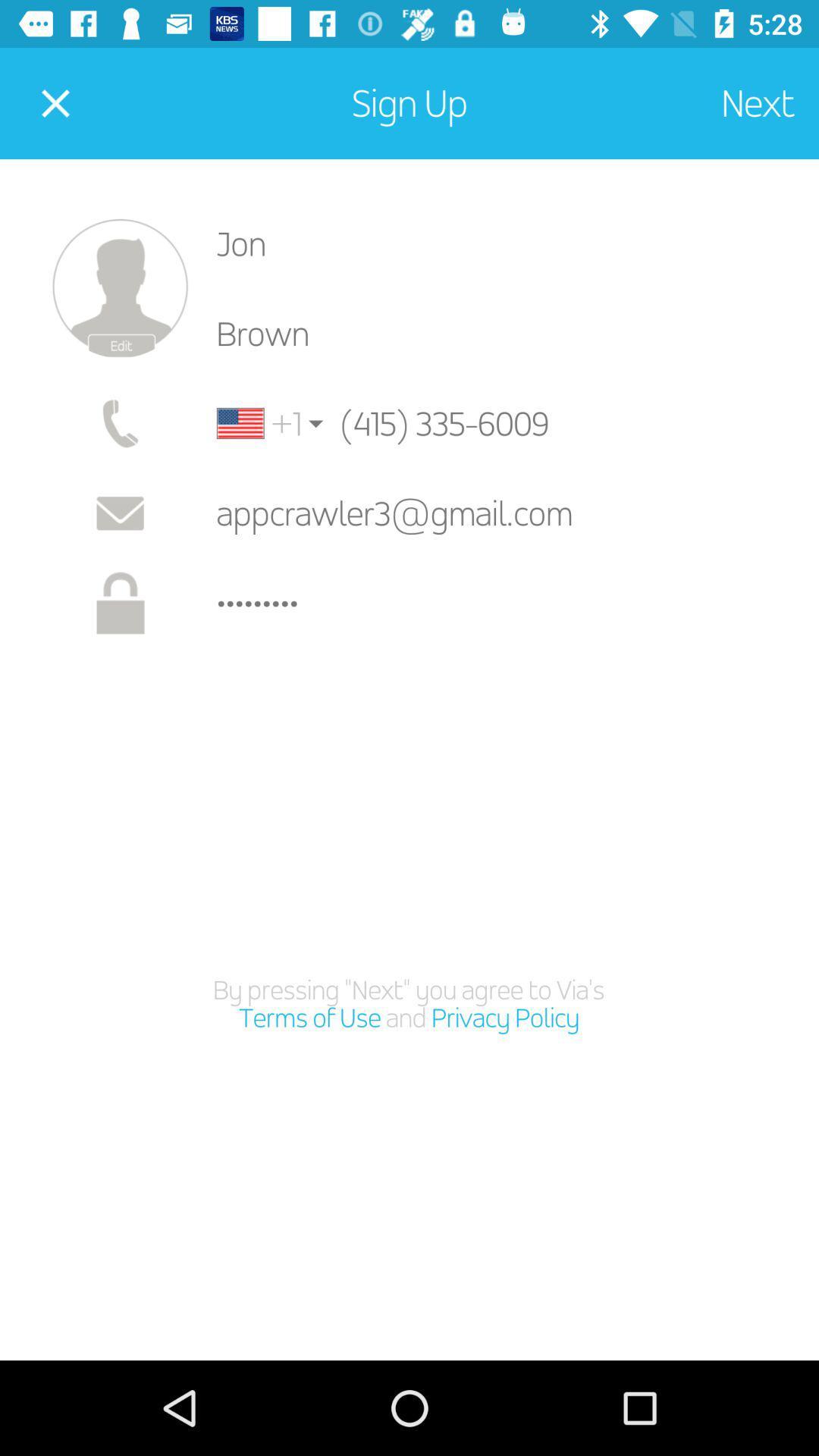 Image resolution: width=819 pixels, height=1456 pixels. Describe the element at coordinates (259, 423) in the screenshot. I see `item above the appcrawler3@gmail.com` at that location.